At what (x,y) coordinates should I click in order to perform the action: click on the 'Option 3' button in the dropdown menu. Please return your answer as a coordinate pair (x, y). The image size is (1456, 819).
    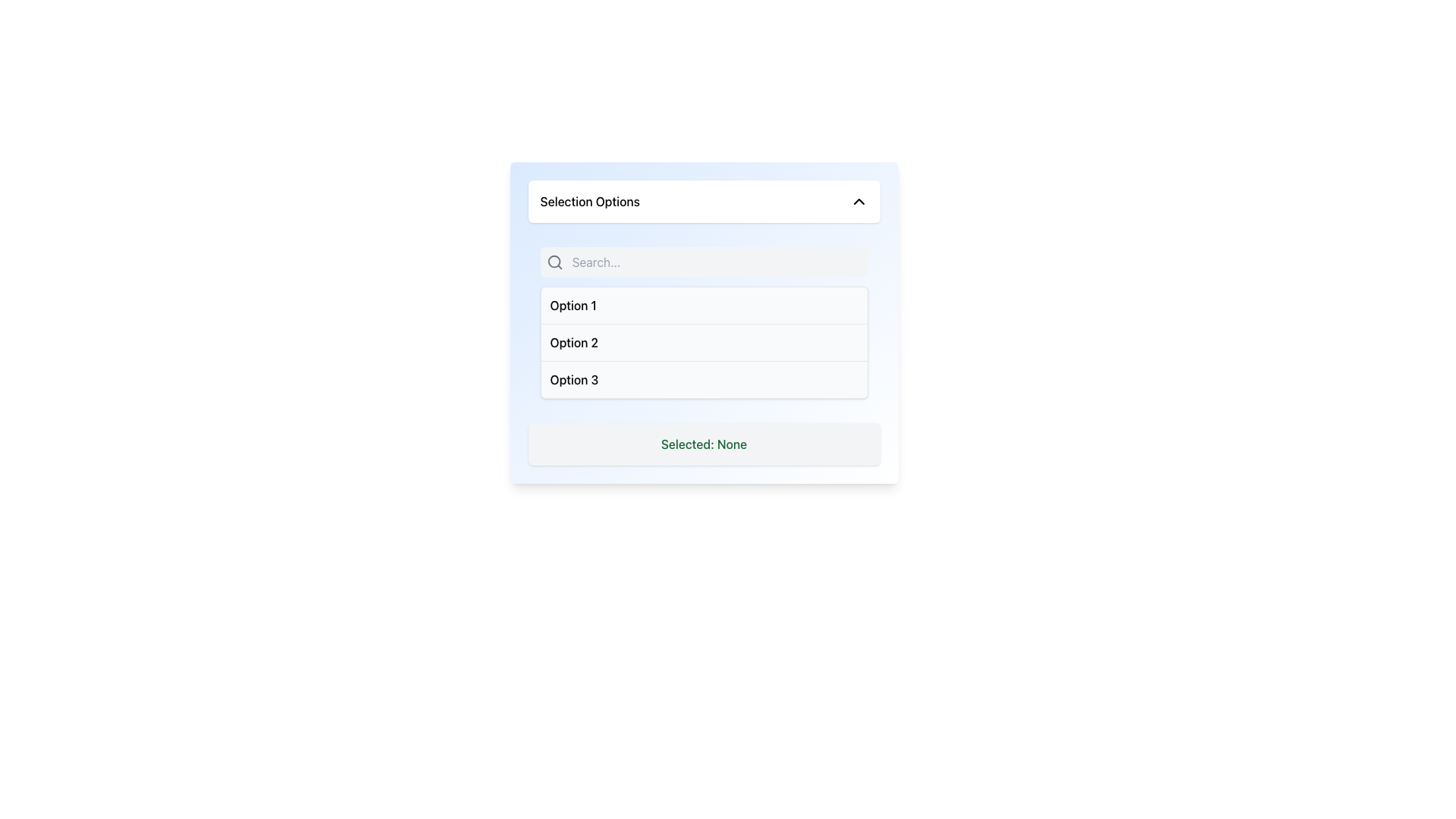
    Looking at the image, I should click on (703, 378).